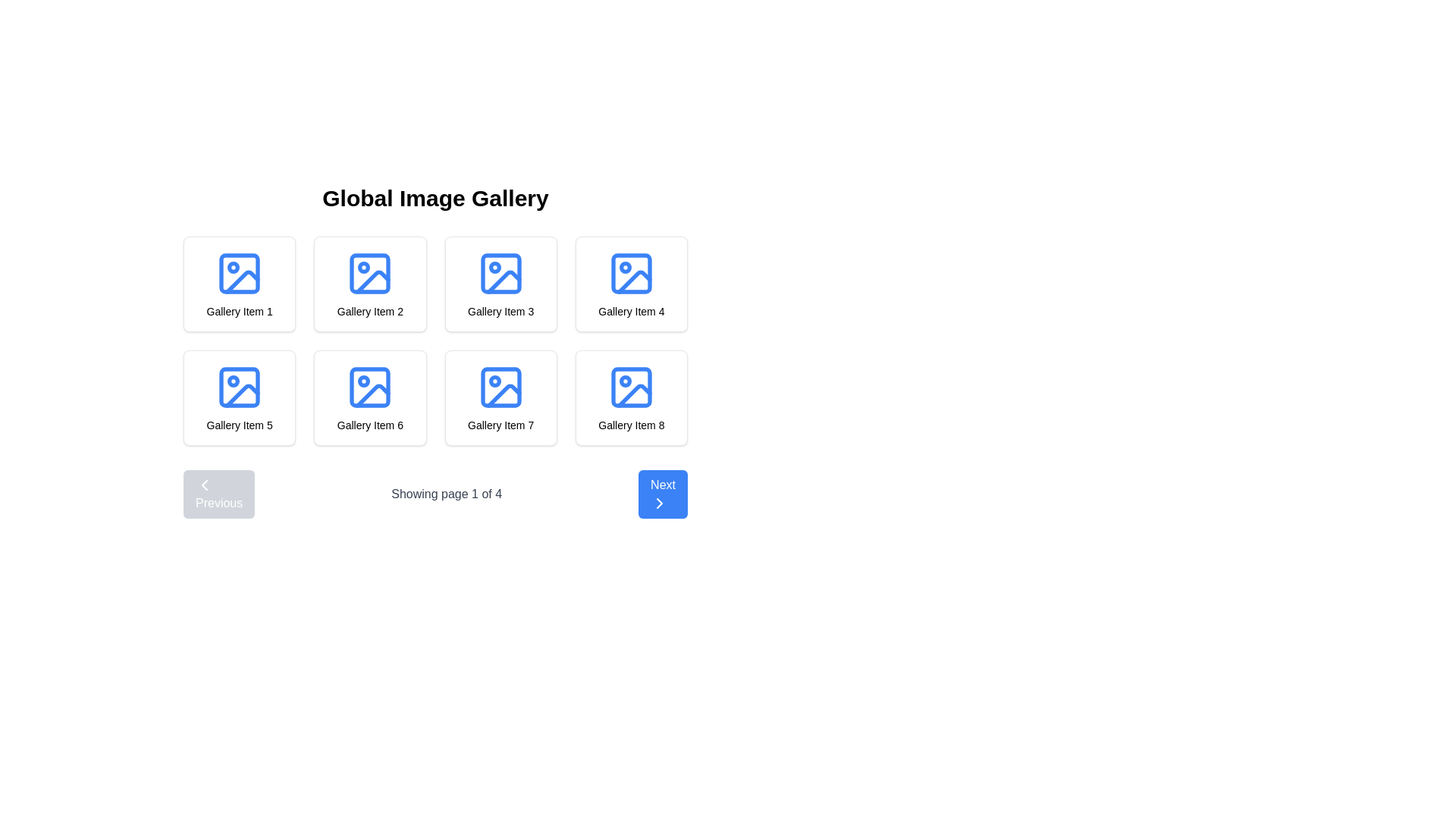  What do you see at coordinates (239, 284) in the screenshot?
I see `the Gallery item card labeled 'Gallery Item 1', which has a blue image placeholder icon and is located at the top-left corner of the grid` at bounding box center [239, 284].